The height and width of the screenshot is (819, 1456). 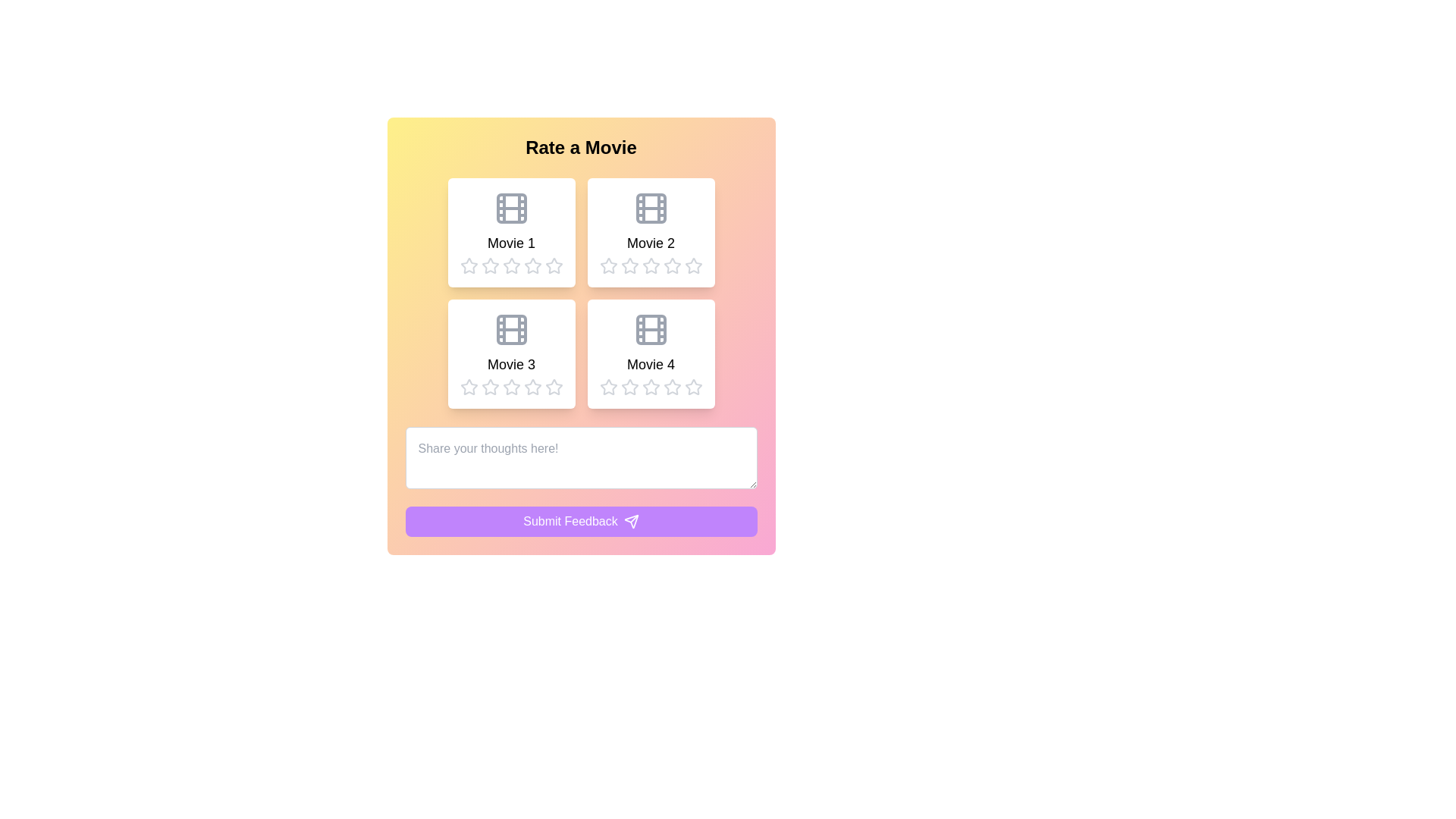 I want to click on the second star in the 5-star rating system, so click(x=553, y=265).